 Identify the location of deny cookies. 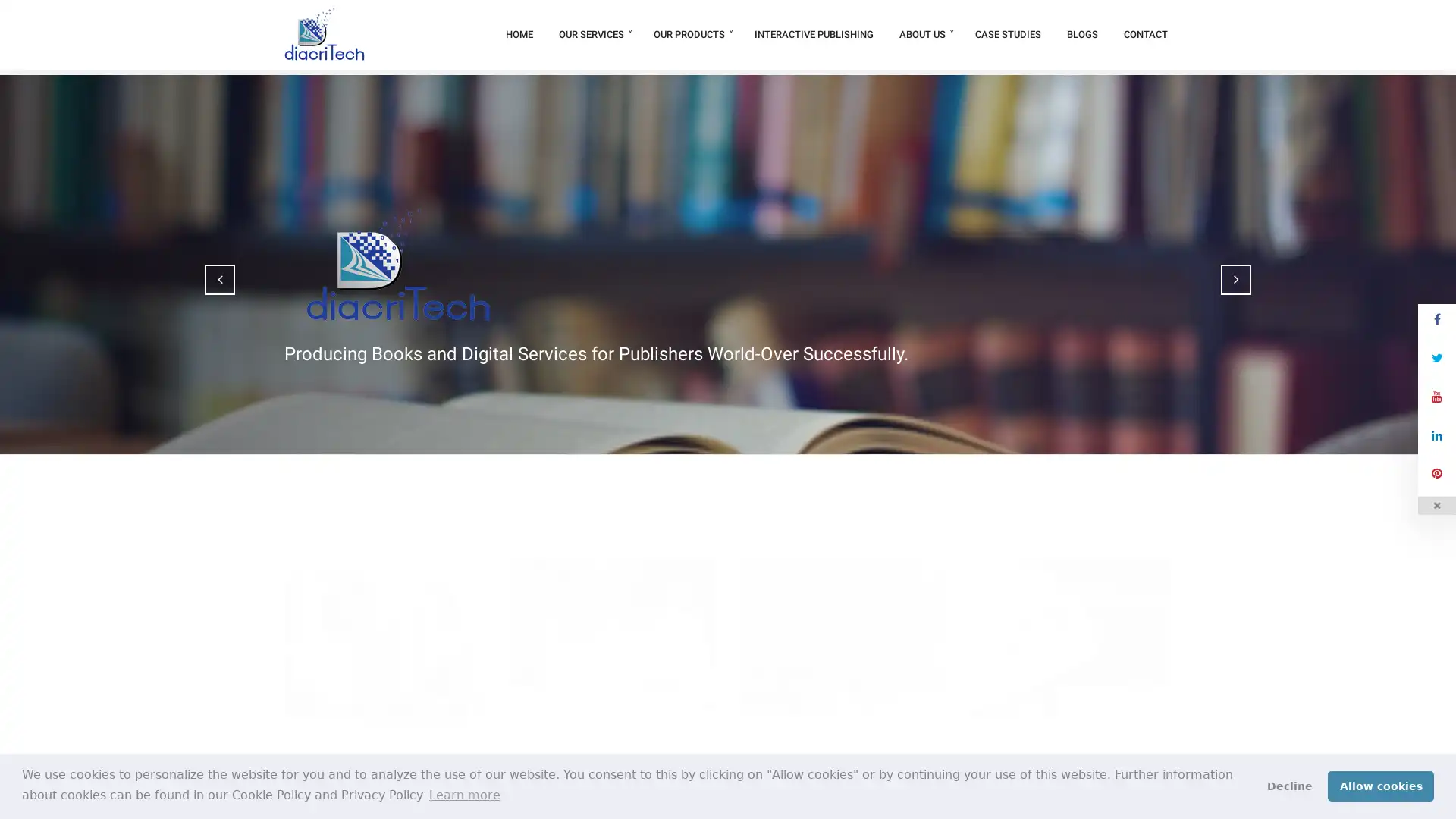
(1288, 785).